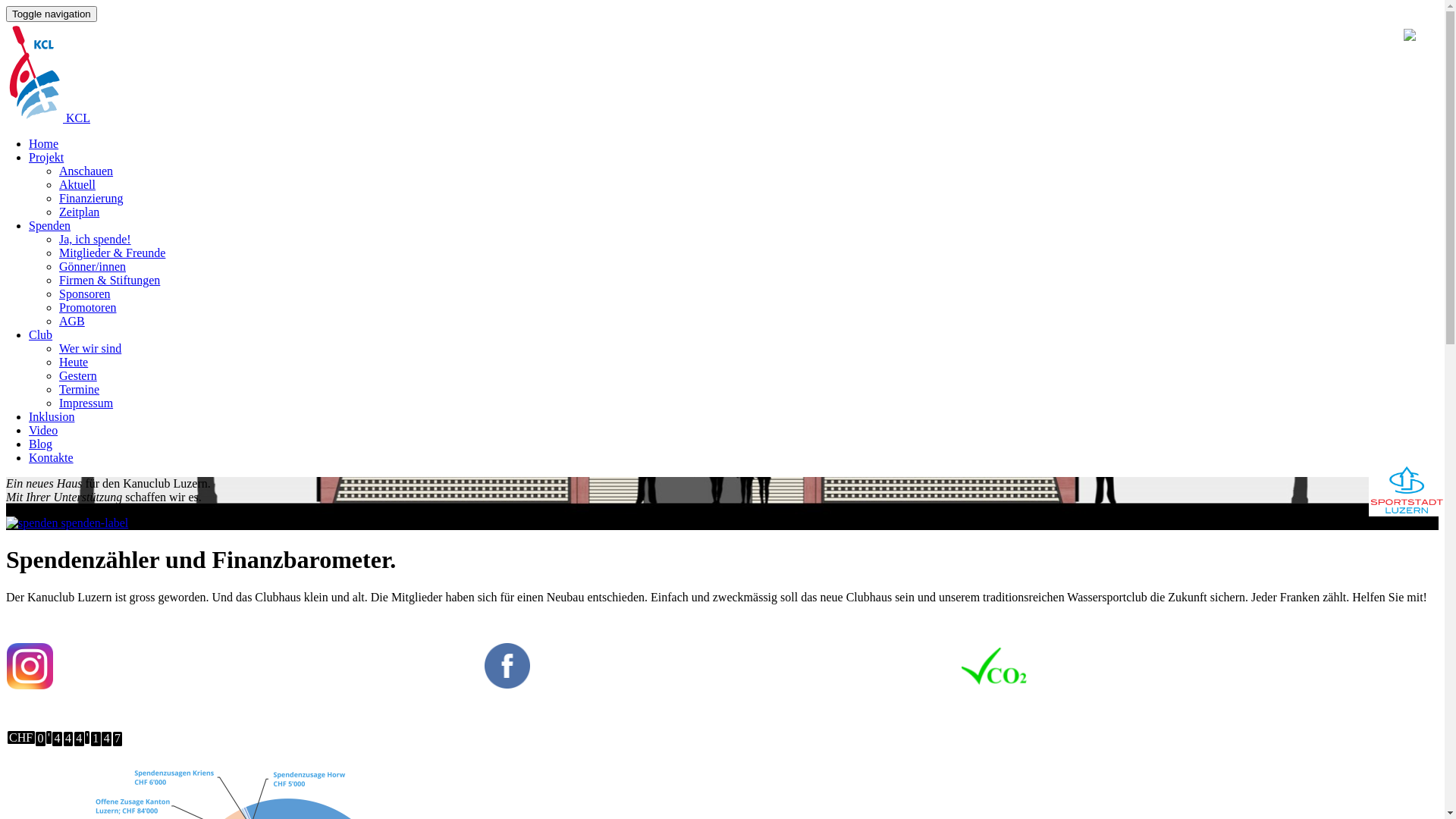 The image size is (1456, 819). What do you see at coordinates (89, 348) in the screenshot?
I see `'Wer wir sind'` at bounding box center [89, 348].